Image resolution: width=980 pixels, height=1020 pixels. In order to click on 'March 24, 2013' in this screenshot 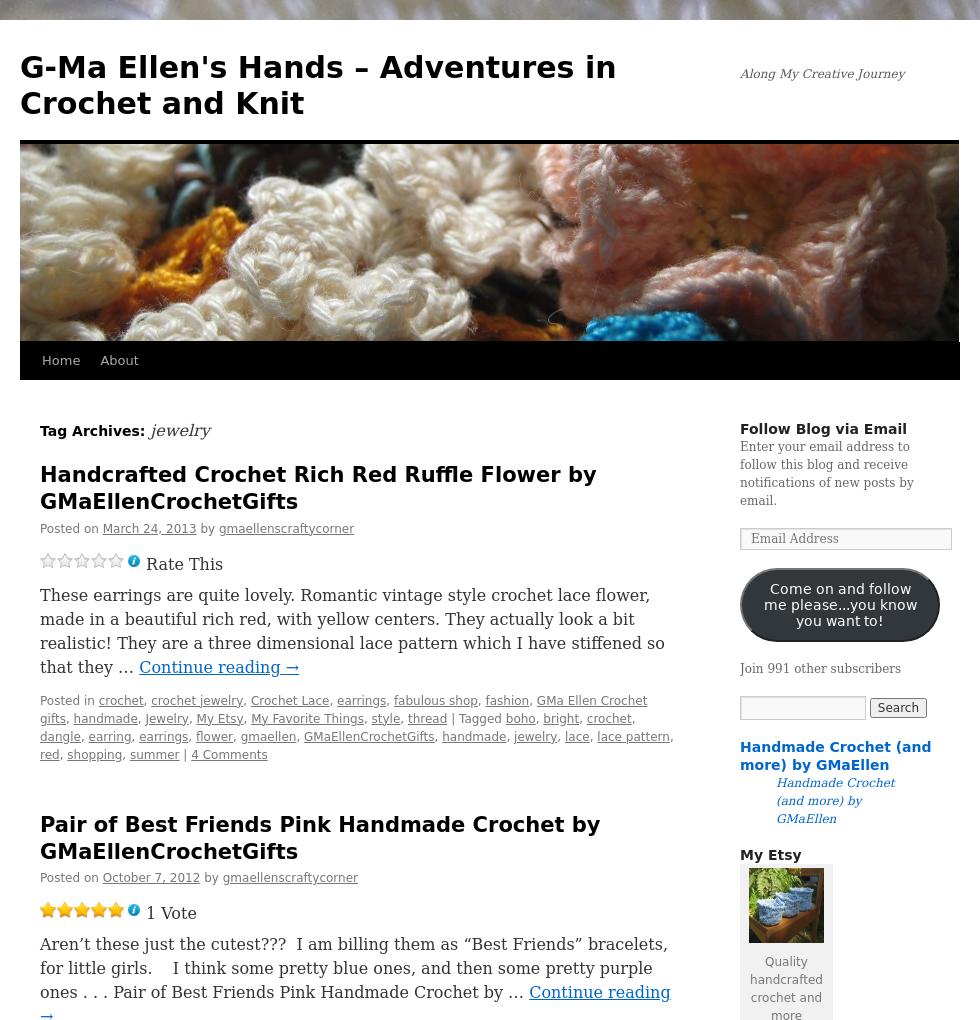, I will do `click(148, 526)`.